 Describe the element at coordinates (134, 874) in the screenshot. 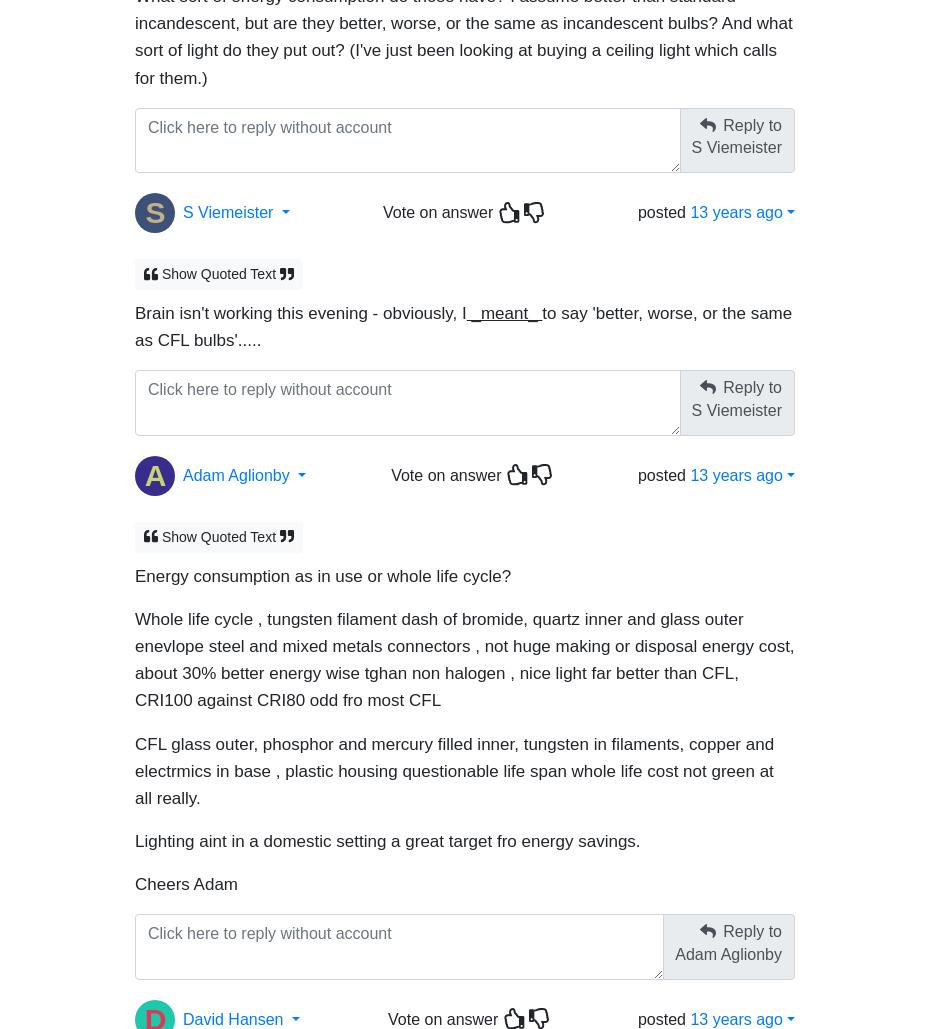

I see `'Cheers Adam'` at that location.